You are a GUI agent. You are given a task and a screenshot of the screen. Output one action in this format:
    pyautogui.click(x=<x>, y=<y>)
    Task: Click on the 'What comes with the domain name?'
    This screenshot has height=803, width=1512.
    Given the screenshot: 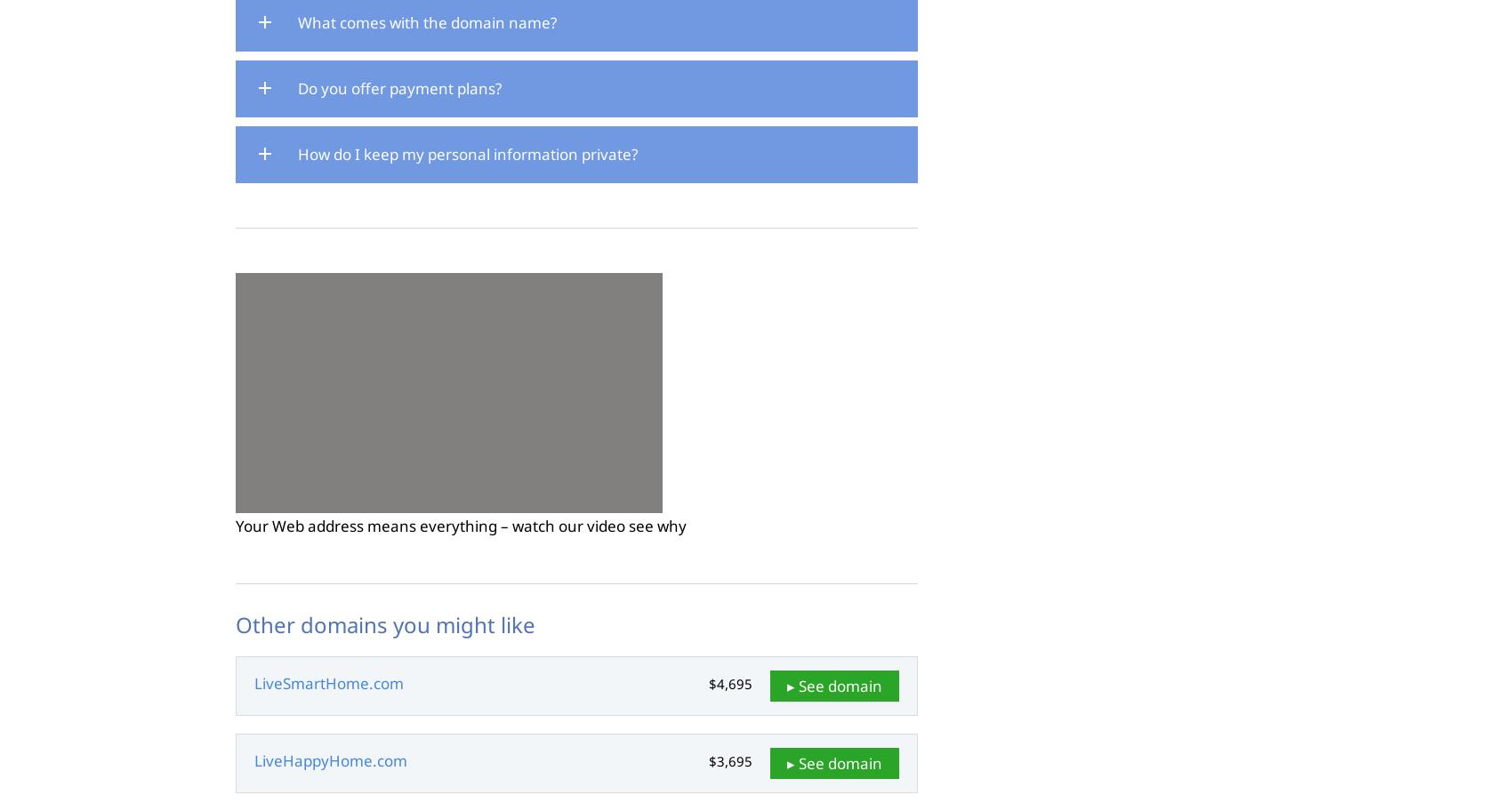 What is the action you would take?
    pyautogui.click(x=427, y=21)
    